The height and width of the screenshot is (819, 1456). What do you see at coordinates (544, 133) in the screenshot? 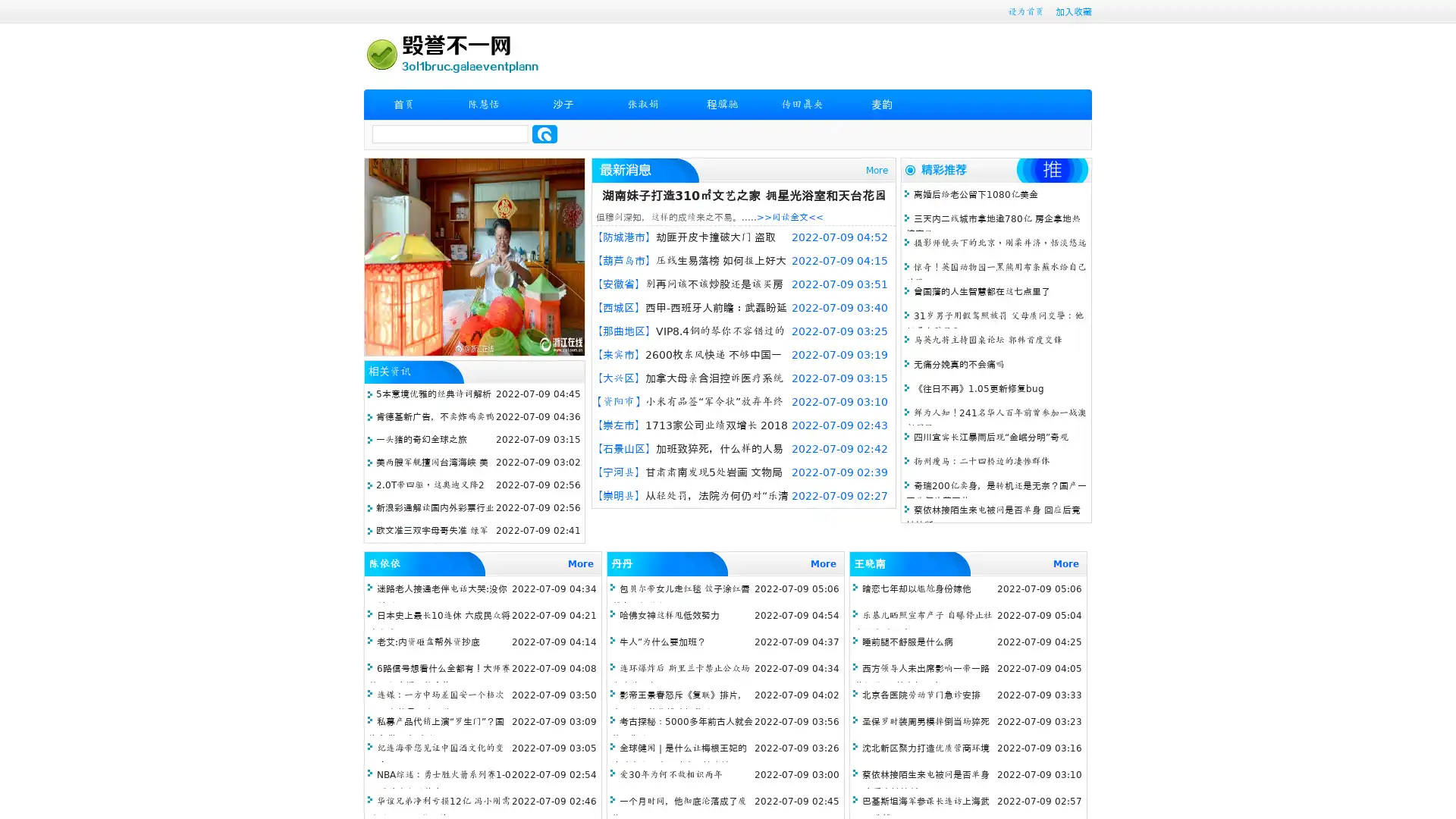
I see `Search` at bounding box center [544, 133].